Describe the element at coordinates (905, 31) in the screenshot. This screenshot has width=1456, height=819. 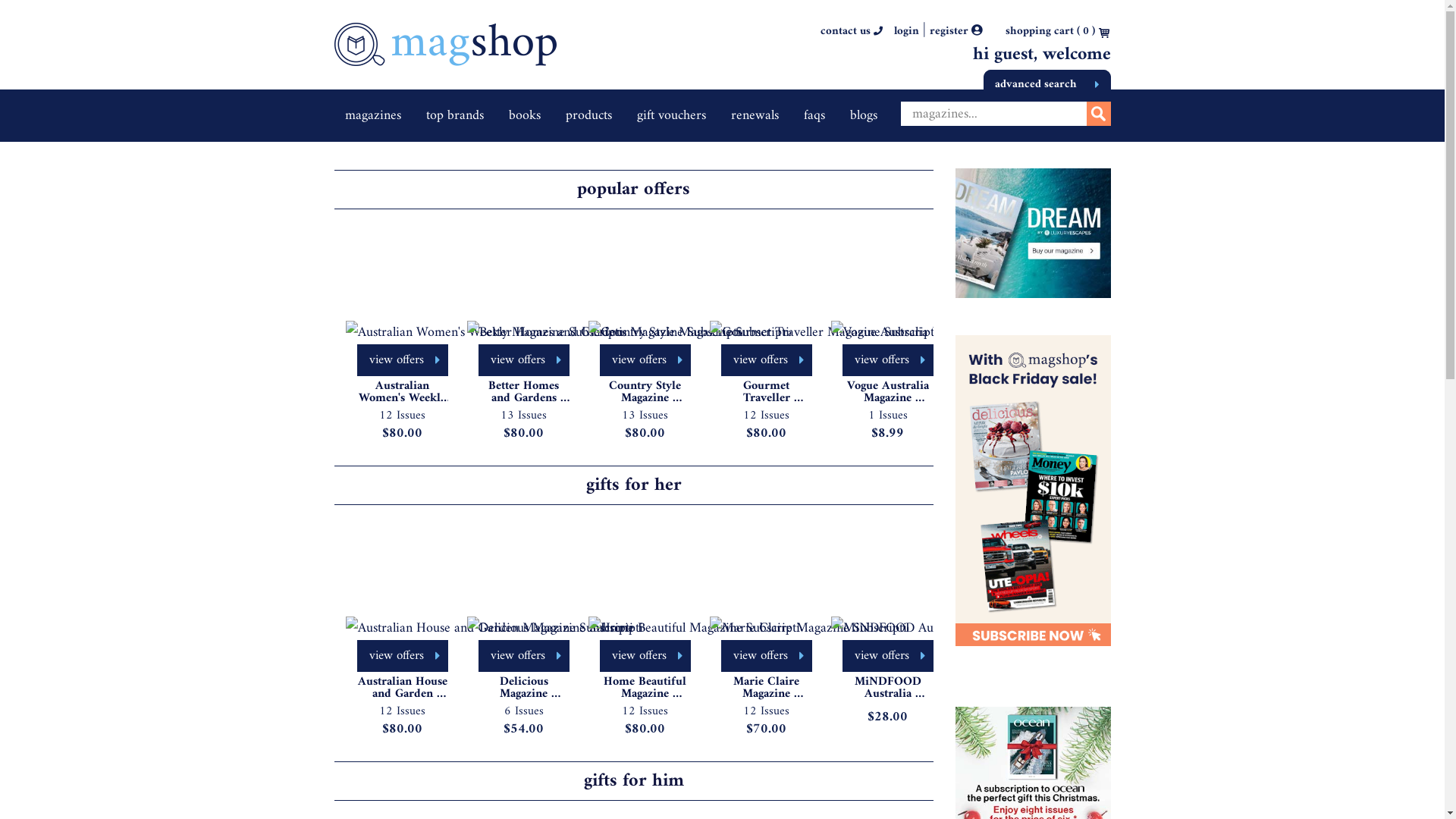
I see `'login'` at that location.